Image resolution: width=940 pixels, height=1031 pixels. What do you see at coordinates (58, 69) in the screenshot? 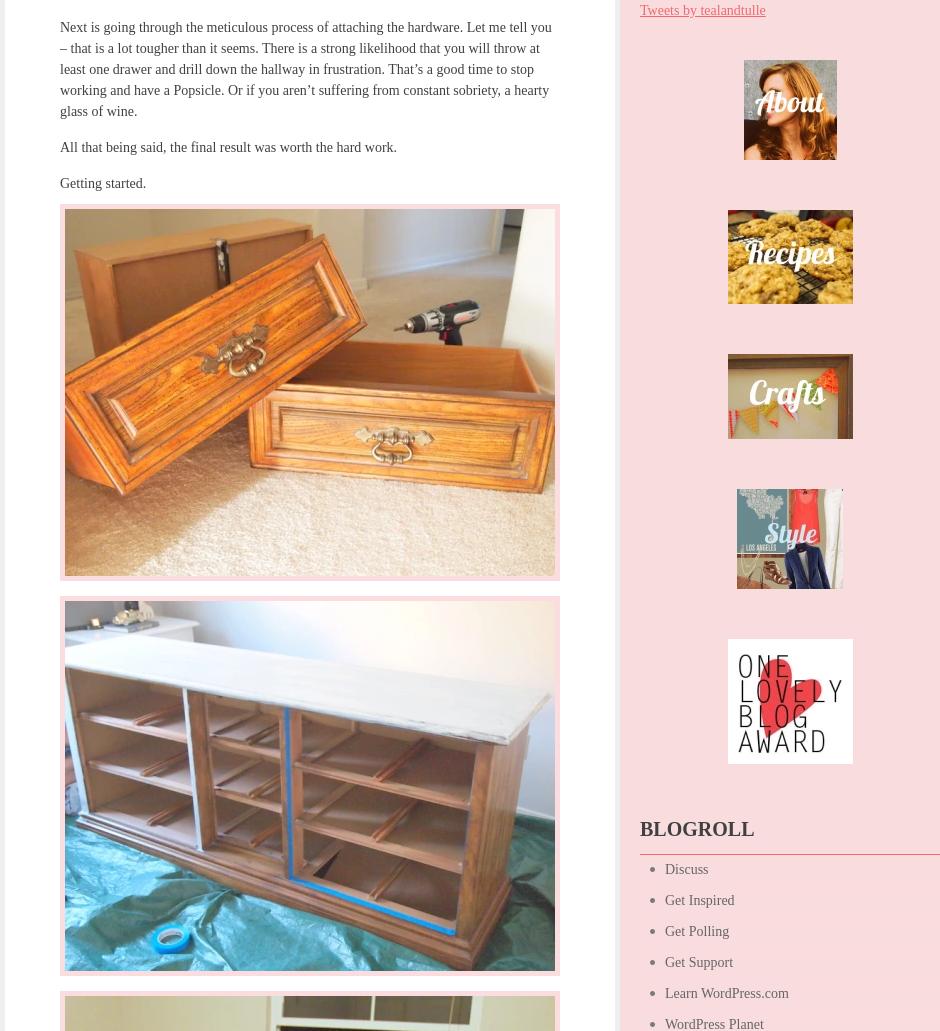
I see `'Next is going through the meticulous process of attaching the hardware. Let me tell you – that is a lot tougher than it seems. There is a strong likelihood that you will throw at least one drawer and drill down the hallway in frustration. That’s a good time to stop working and have a Popsicle. Or if you aren’t suffering from constant sobriety, a hearty glass of wine.'` at bounding box center [58, 69].